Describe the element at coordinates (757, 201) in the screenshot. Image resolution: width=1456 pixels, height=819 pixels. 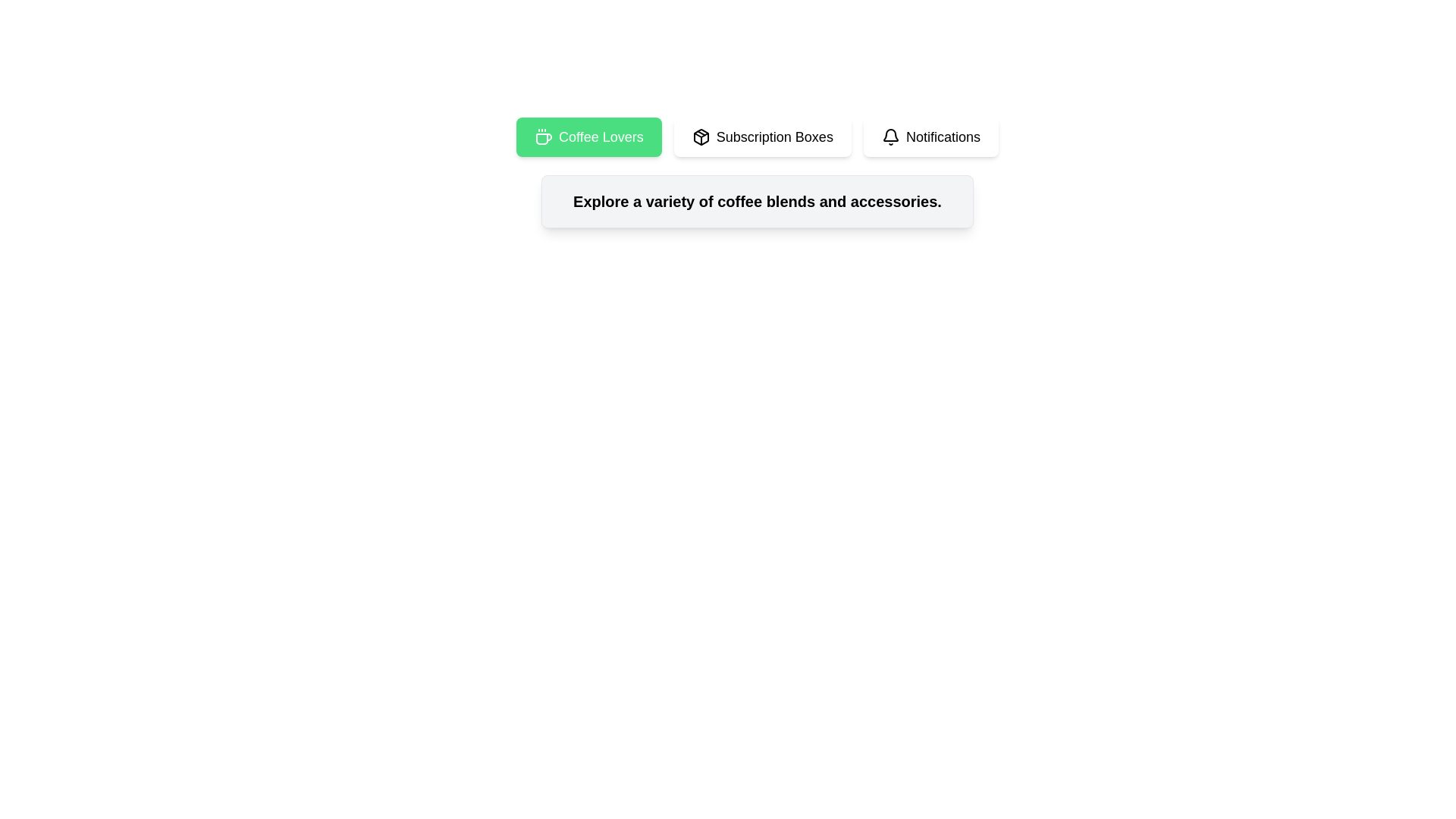
I see `the text element displaying 'Explore a variety of coffee blends and accessories.' which is centrally positioned within a bordered and shadowed gray box` at that location.